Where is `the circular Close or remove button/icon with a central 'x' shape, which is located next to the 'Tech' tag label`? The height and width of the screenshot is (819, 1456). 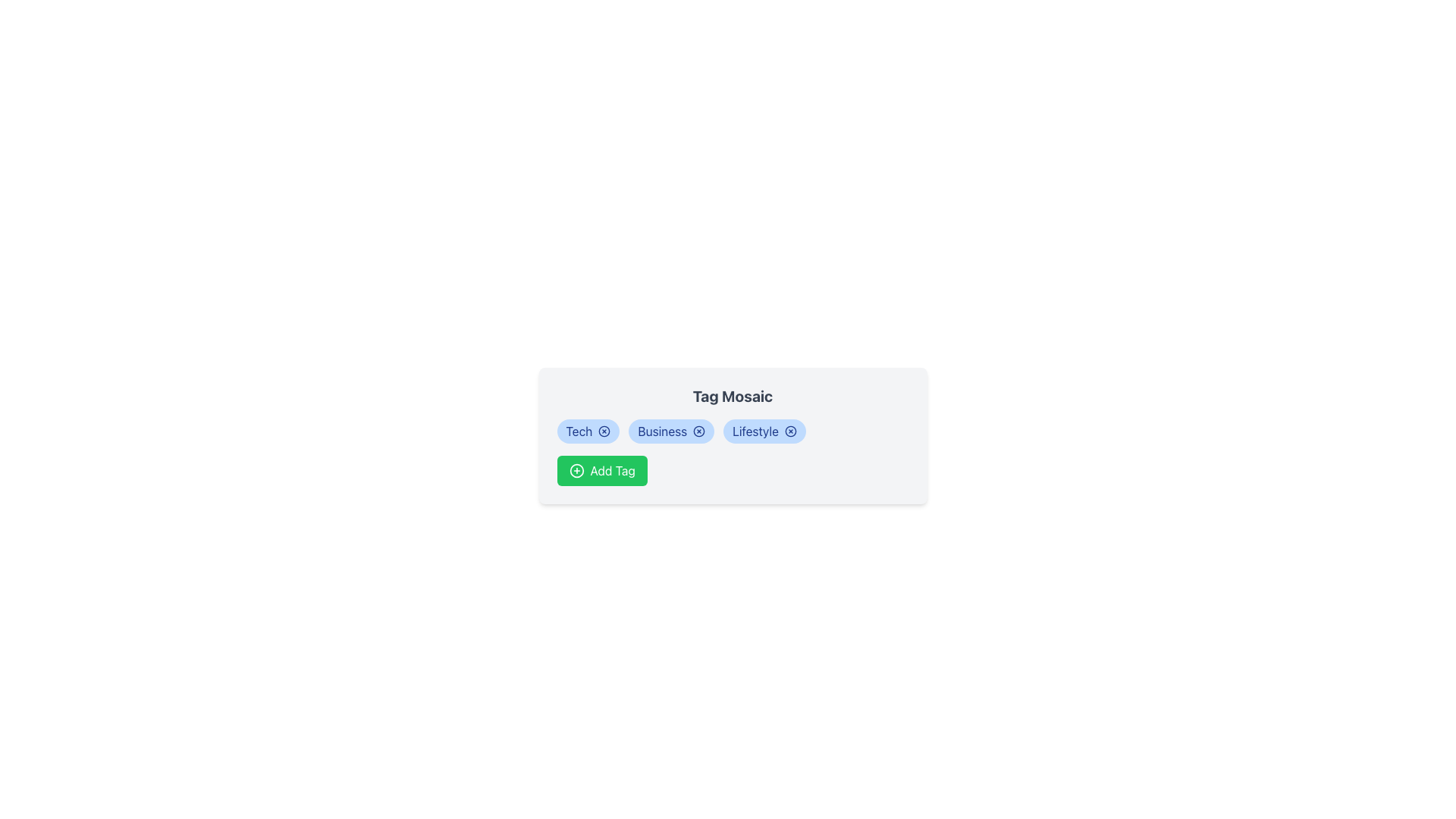
the circular Close or remove button/icon with a central 'x' shape, which is located next to the 'Tech' tag label is located at coordinates (604, 431).